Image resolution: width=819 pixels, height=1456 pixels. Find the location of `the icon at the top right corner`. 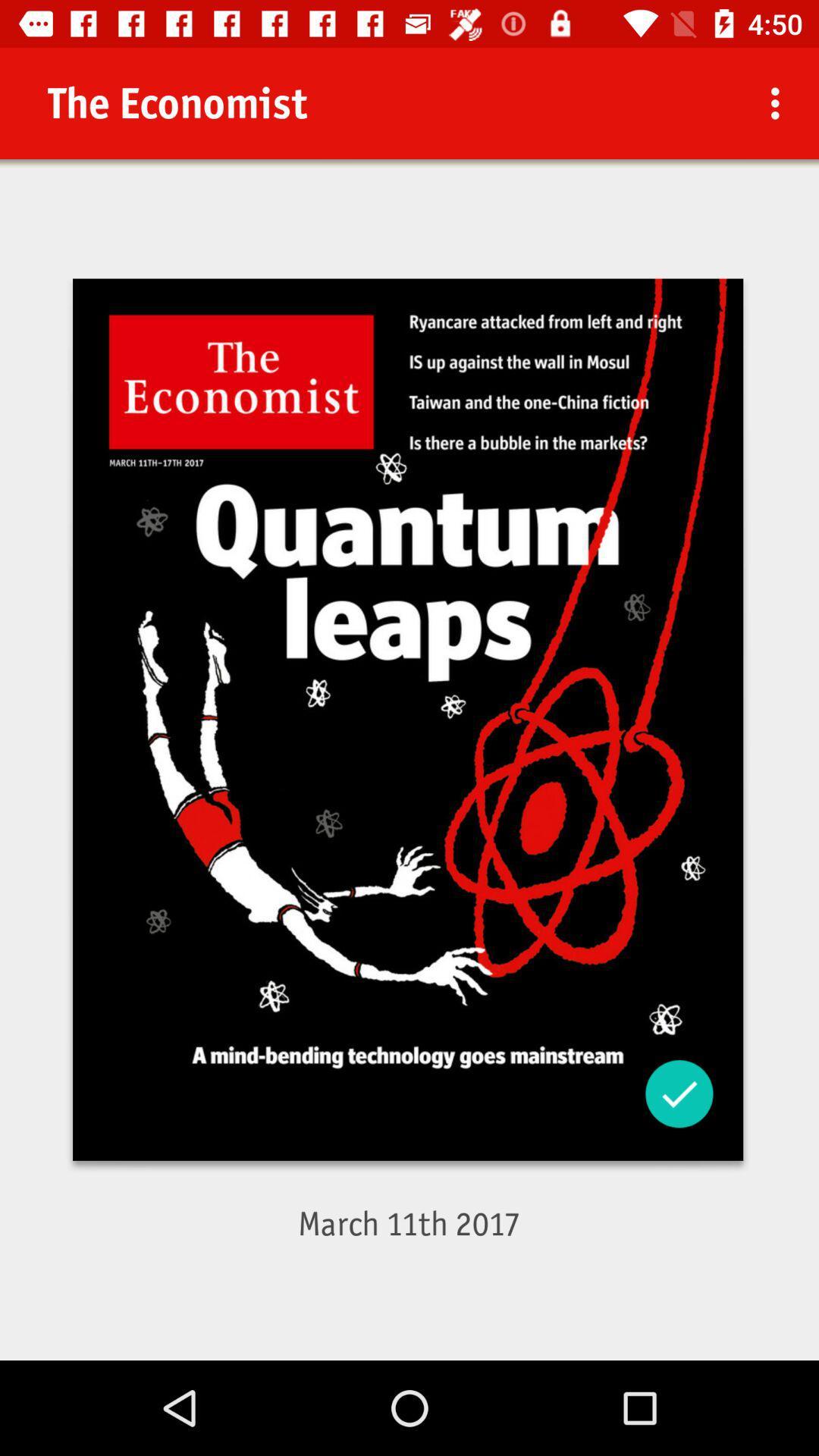

the icon at the top right corner is located at coordinates (779, 102).